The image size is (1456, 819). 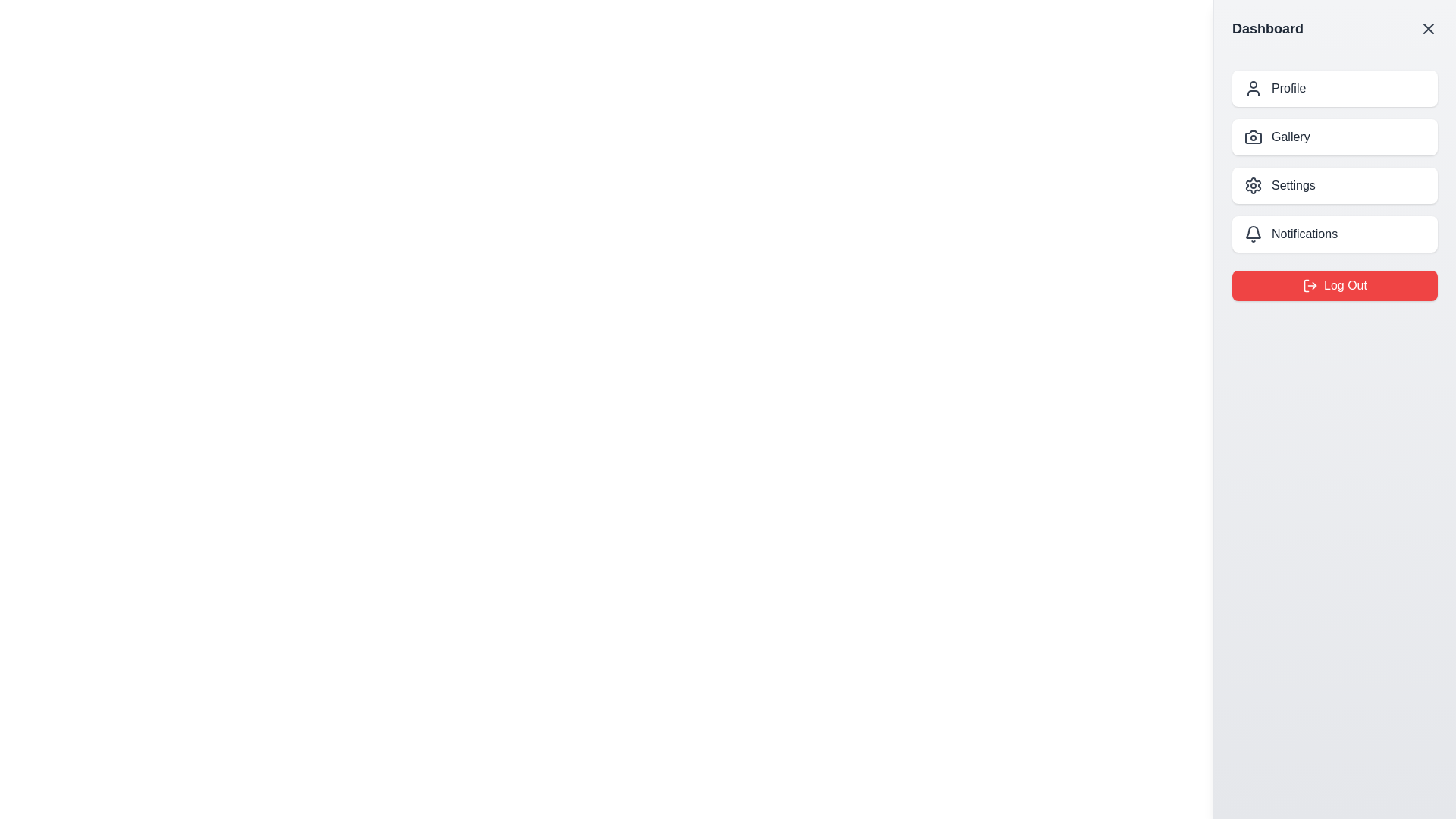 What do you see at coordinates (1306, 286) in the screenshot?
I see `the 'Logout' button located in the right sidebar, positioned at the bottom aligned with other menu options` at bounding box center [1306, 286].